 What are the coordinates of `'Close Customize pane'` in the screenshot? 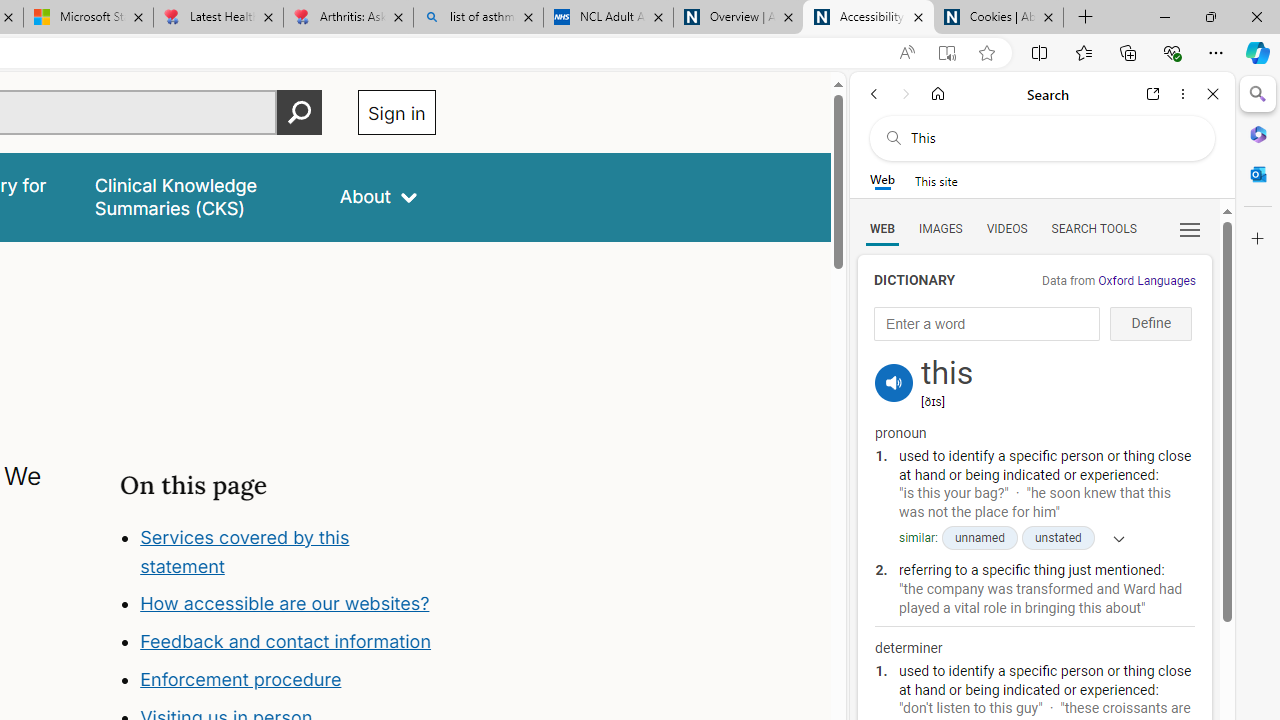 It's located at (1257, 238).